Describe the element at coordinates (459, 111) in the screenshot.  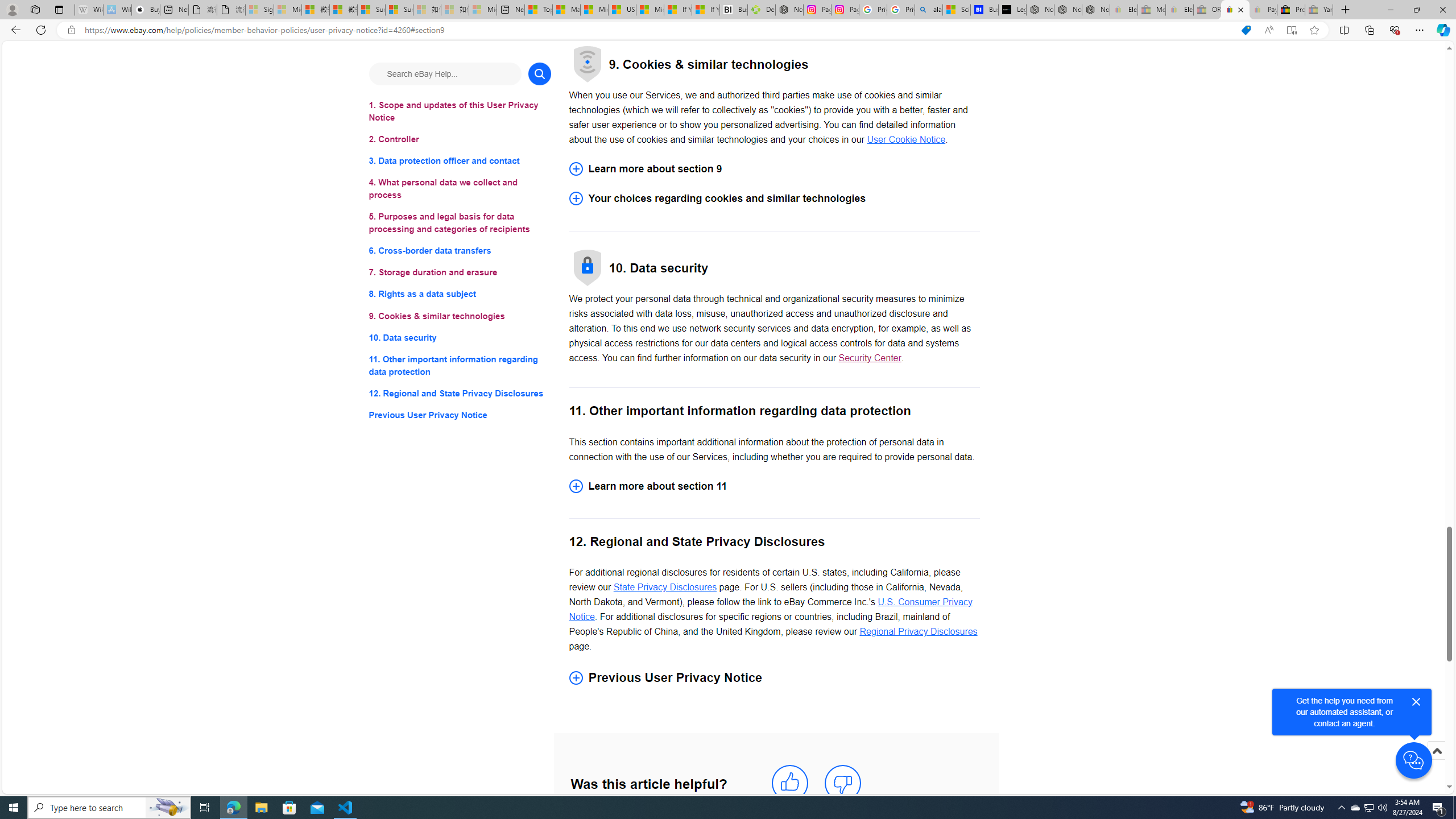
I see `'1. Scope and updates of this User Privacy Notice'` at that location.